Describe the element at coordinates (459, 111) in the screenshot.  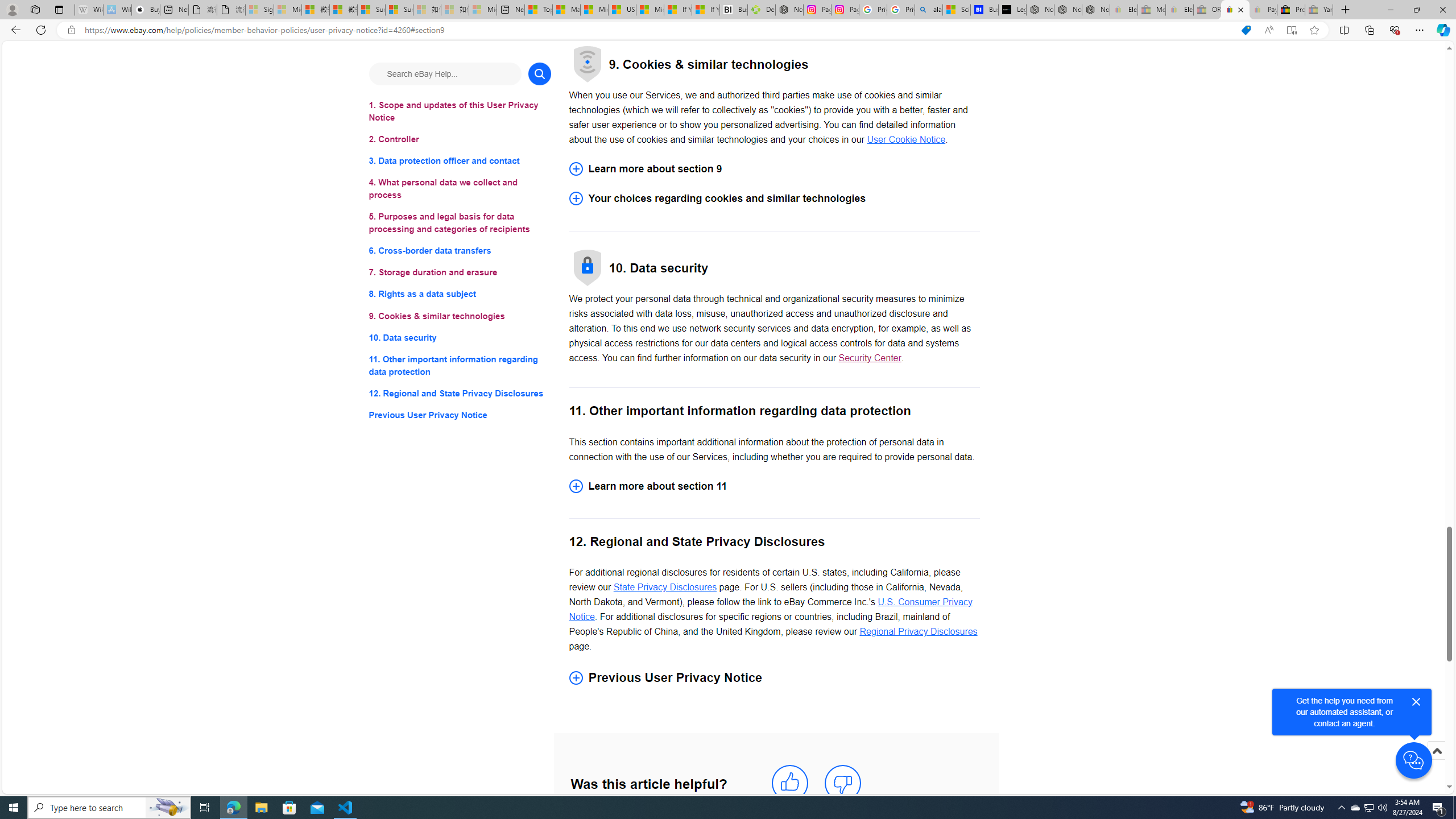
I see `'1. Scope and updates of this User Privacy Notice'` at that location.